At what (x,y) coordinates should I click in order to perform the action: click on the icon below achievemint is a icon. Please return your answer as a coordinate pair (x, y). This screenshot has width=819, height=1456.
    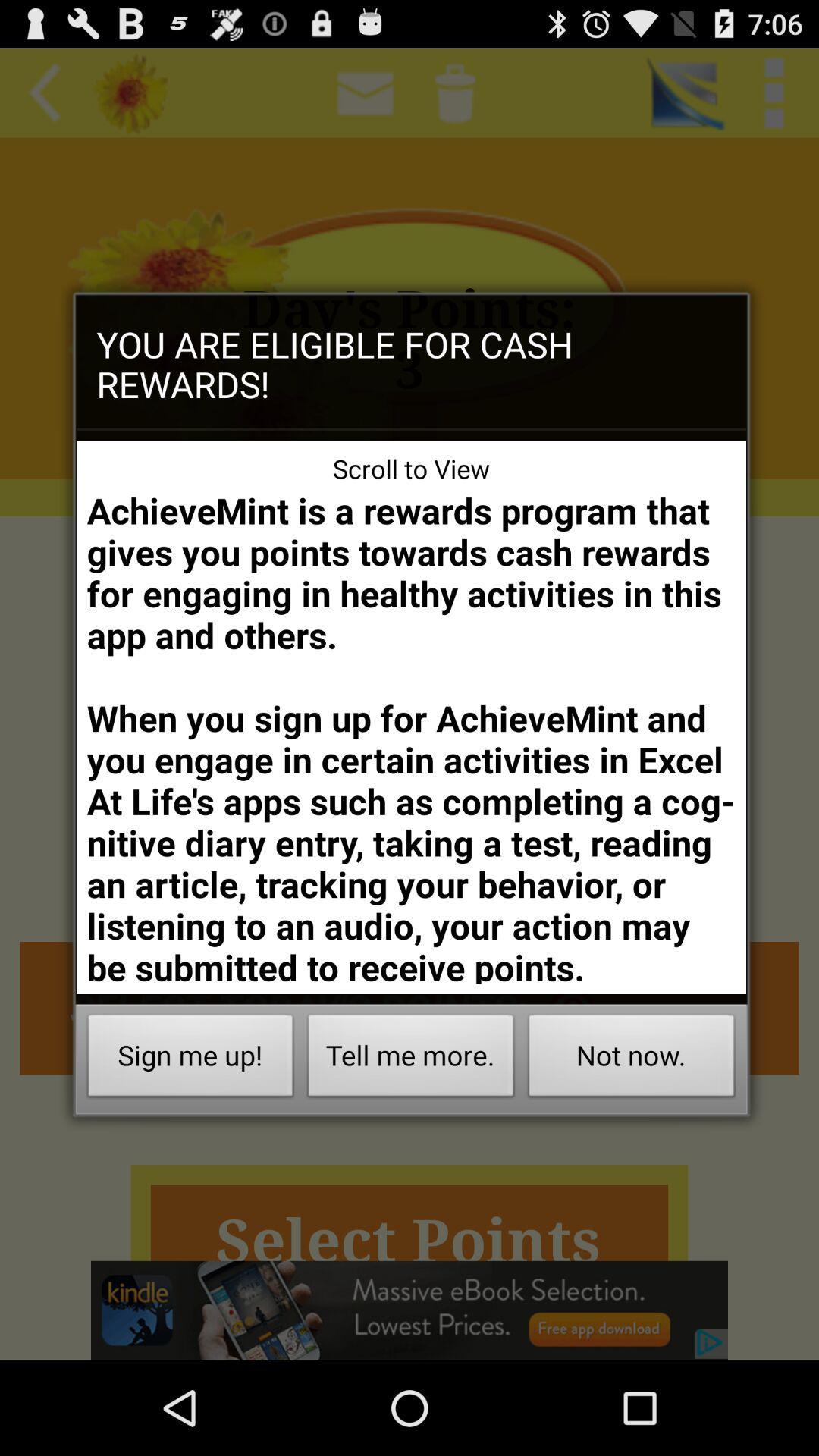
    Looking at the image, I should click on (411, 1059).